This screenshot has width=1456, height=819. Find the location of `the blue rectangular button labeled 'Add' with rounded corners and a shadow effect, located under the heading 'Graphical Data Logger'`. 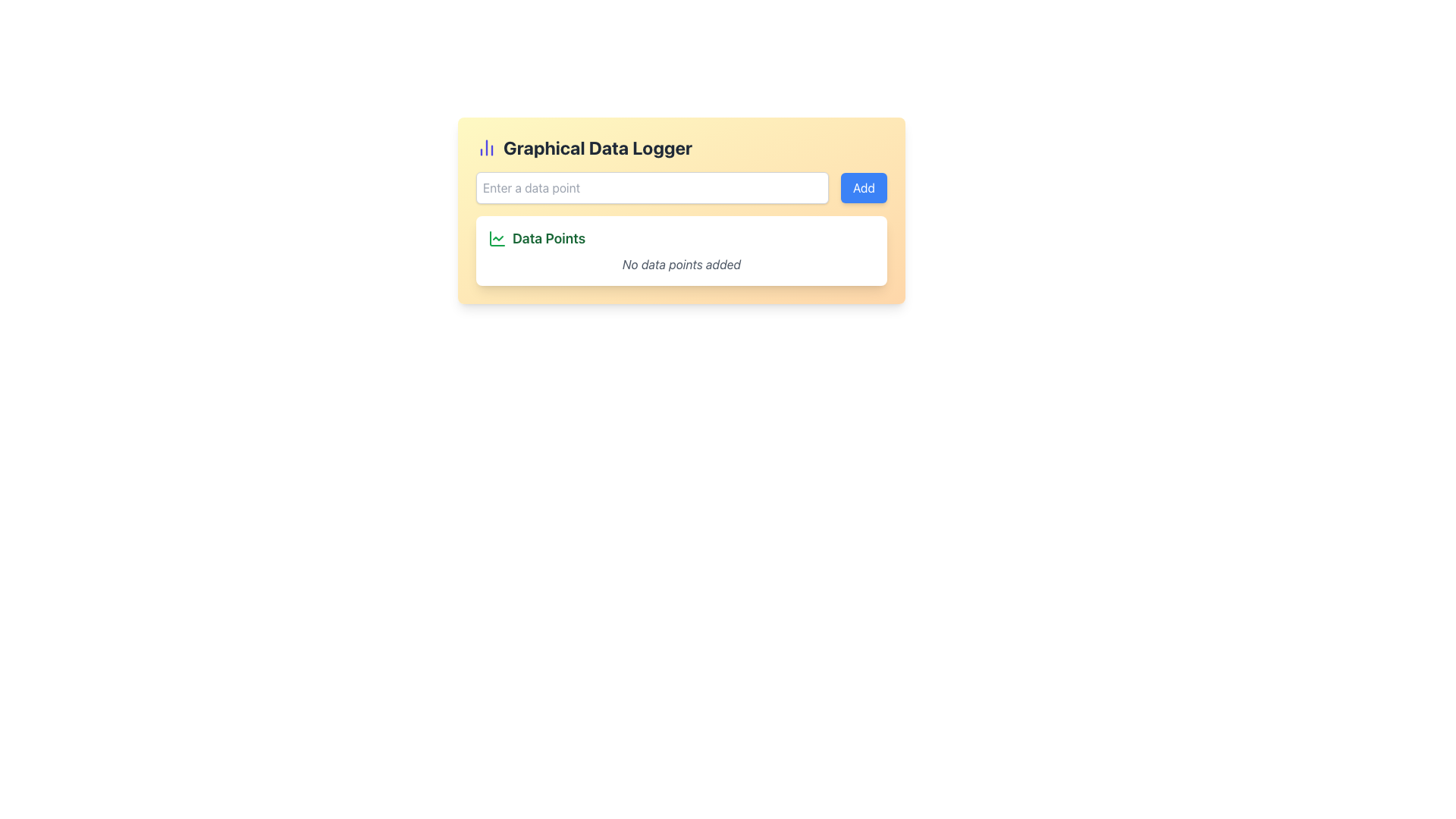

the blue rectangular button labeled 'Add' with rounded corners and a shadow effect, located under the heading 'Graphical Data Logger' is located at coordinates (864, 187).